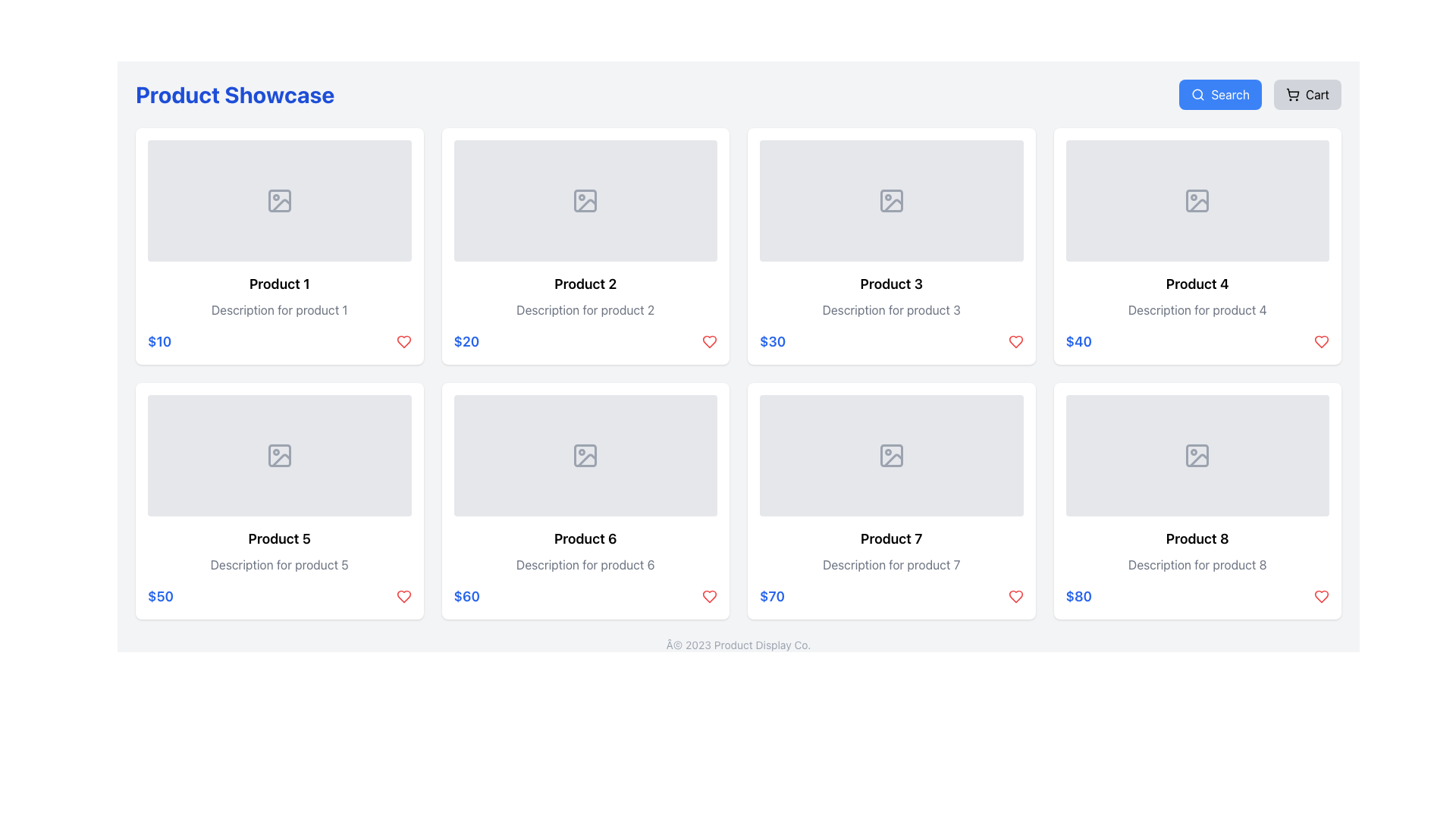  I want to click on description presented in the text label located under the 'Product 4' heading and above the price text '$40' within the fourth product card, so click(1197, 309).